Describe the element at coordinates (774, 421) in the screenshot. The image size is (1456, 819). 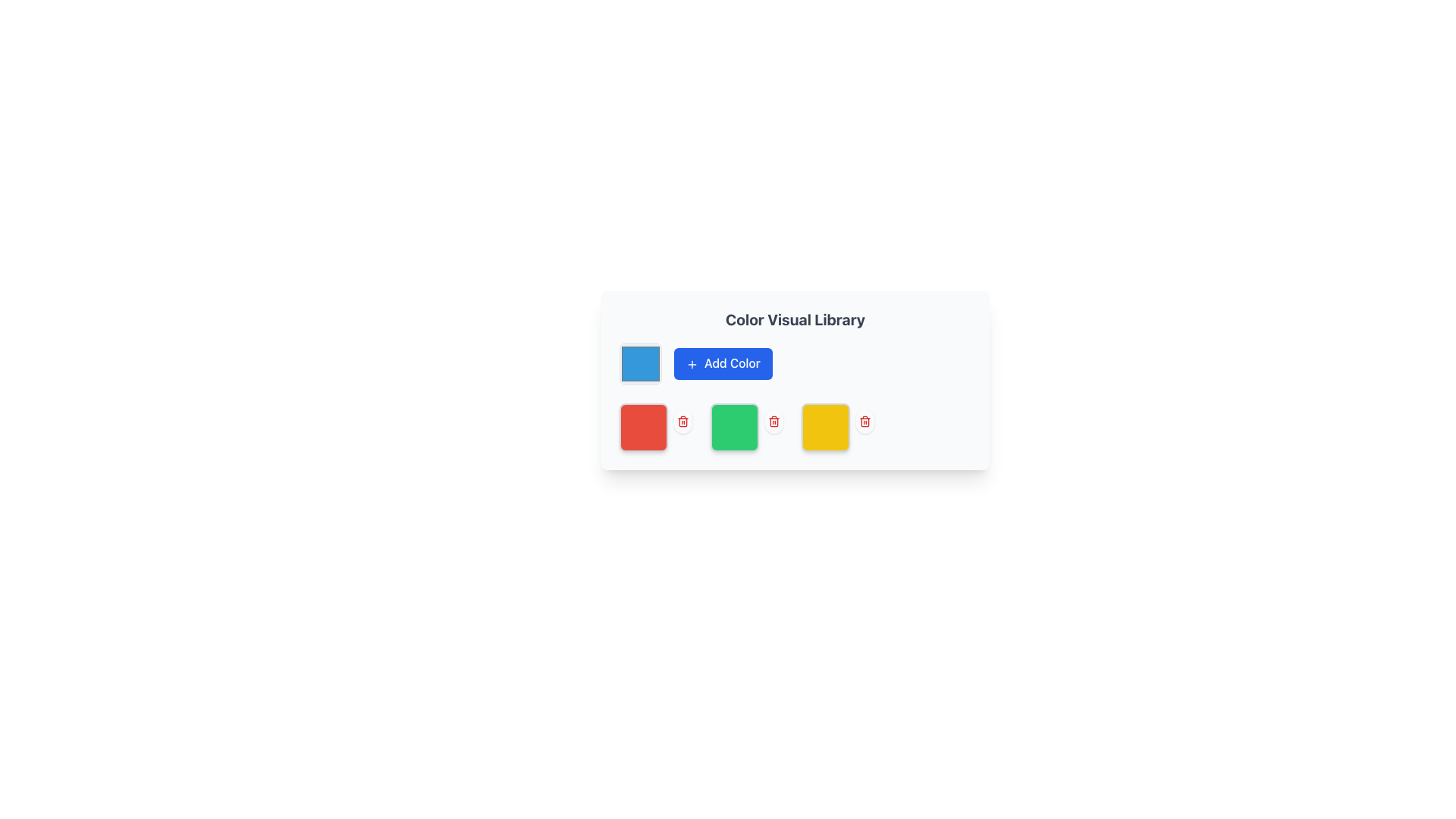
I see `the small delete button styled as a trash can icon located at the top-right corner of the second green square in the grid` at that location.